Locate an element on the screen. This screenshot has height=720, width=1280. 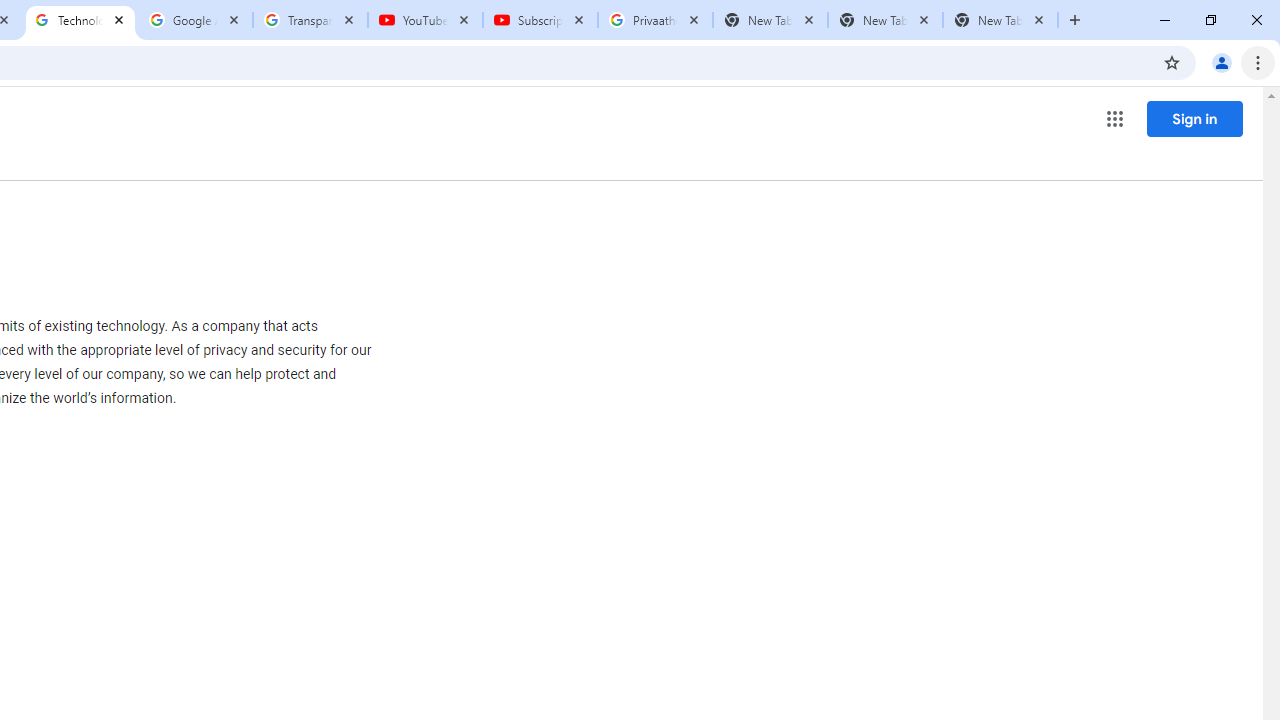
'New Tab' is located at coordinates (1000, 20).